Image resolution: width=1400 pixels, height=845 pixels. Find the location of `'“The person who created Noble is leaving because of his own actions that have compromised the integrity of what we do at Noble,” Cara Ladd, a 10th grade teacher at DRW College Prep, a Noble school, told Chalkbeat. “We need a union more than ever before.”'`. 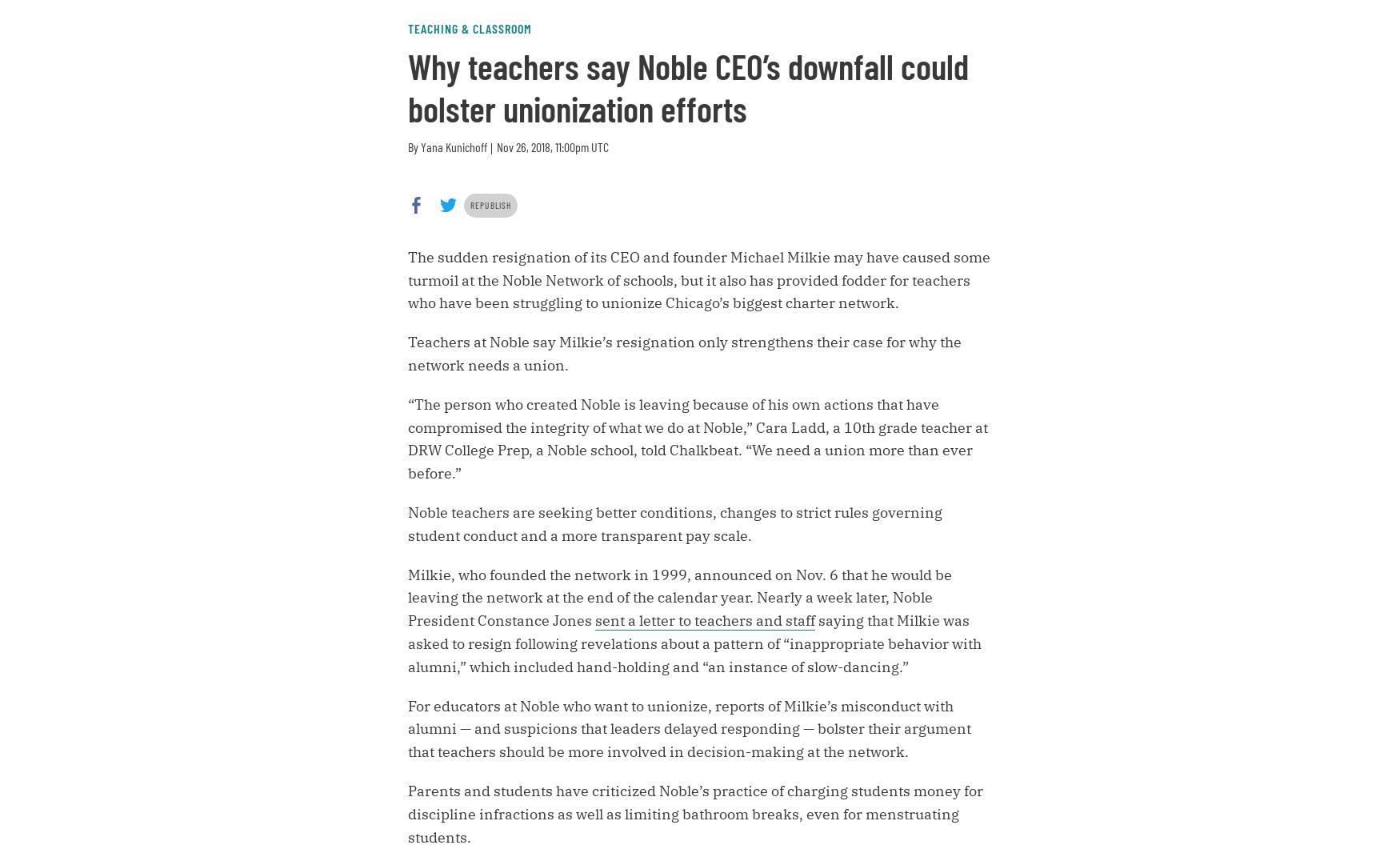

'“The person who created Noble is leaving because of his own actions that have compromised the integrity of what we do at Noble,” Cara Ladd, a 10th grade teacher at DRW College Prep, a Noble school, told Chalkbeat. “We need a union more than ever before.”' is located at coordinates (698, 438).